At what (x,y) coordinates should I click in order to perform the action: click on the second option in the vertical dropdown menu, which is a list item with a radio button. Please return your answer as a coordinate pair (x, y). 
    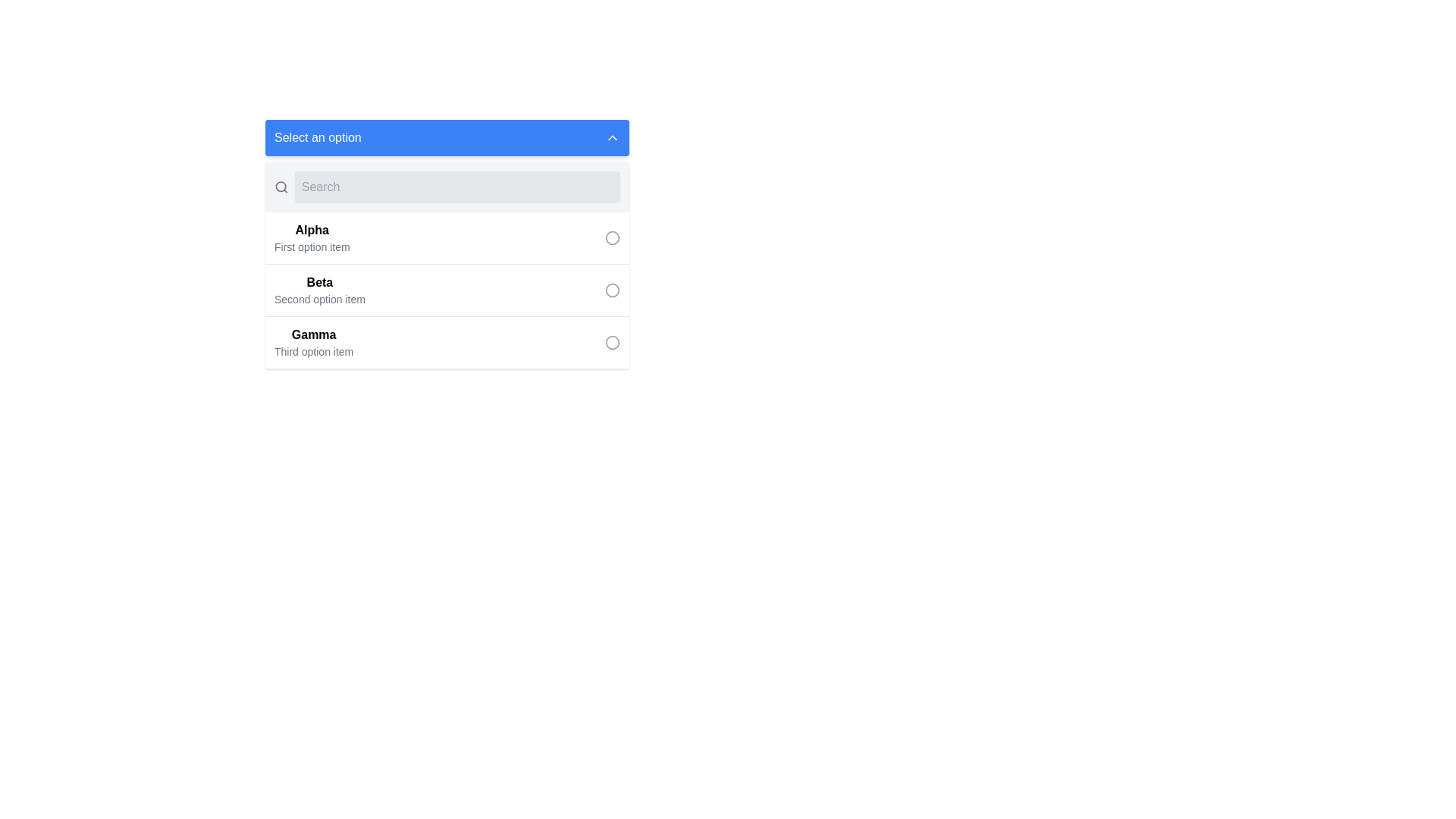
    Looking at the image, I should click on (447, 290).